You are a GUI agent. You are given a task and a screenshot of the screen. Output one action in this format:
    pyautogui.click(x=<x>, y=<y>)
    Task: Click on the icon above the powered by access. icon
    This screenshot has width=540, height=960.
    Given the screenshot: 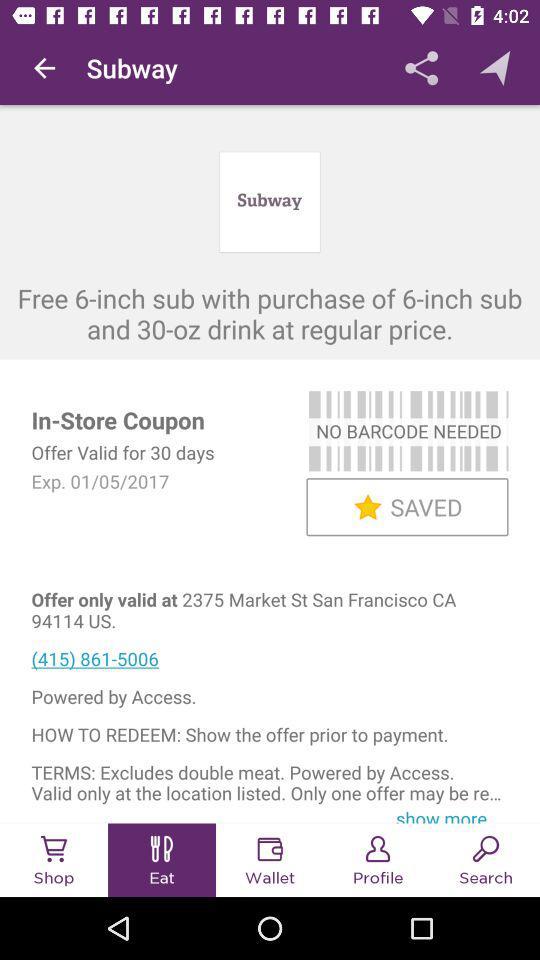 What is the action you would take?
    pyautogui.click(x=270, y=657)
    